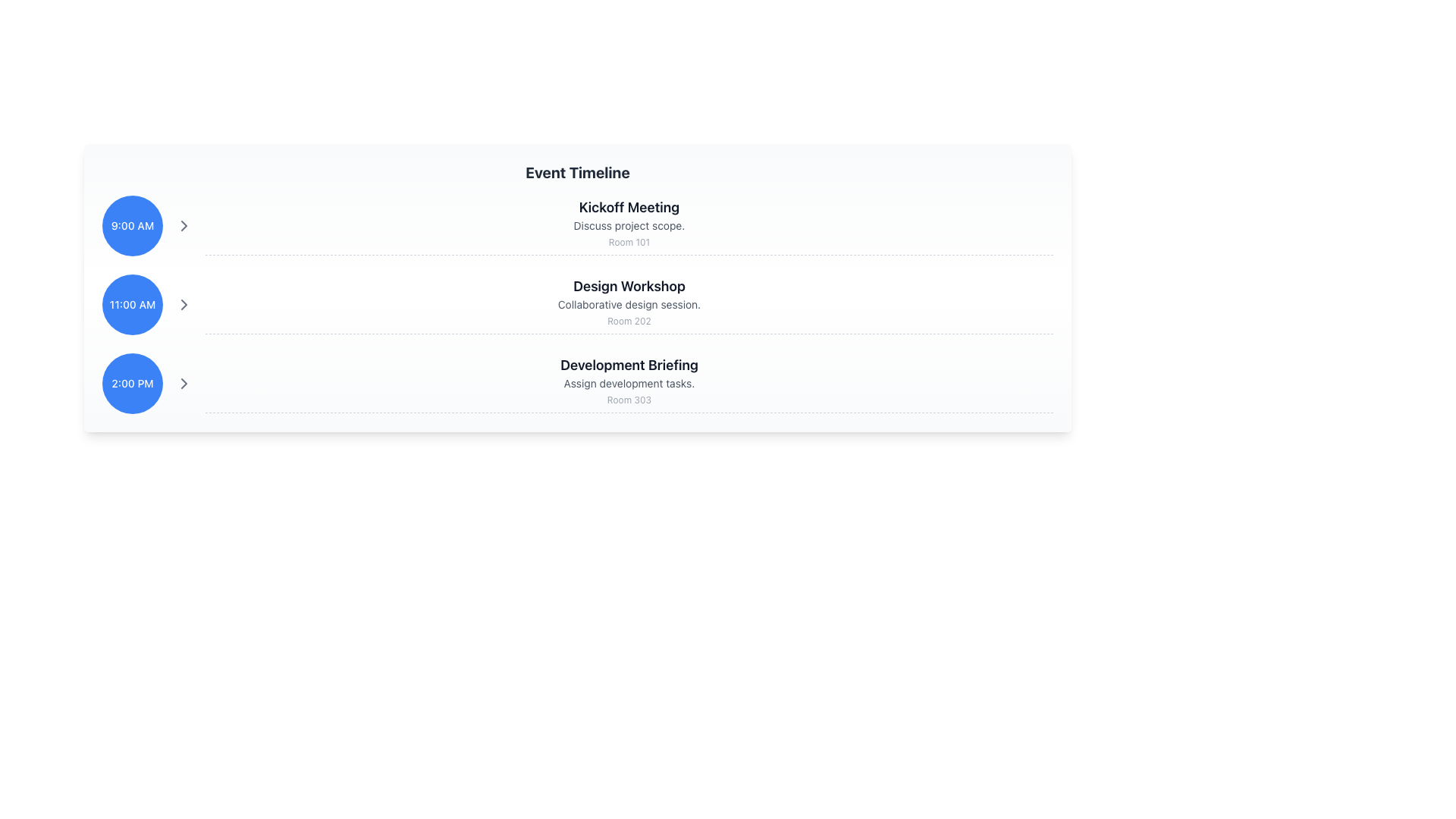 Image resolution: width=1456 pixels, height=819 pixels. What do you see at coordinates (629, 320) in the screenshot?
I see `the text label that says 'Room 202', which is a small gray text located at the bottom of the event description panel for 'Design Workshop'` at bounding box center [629, 320].